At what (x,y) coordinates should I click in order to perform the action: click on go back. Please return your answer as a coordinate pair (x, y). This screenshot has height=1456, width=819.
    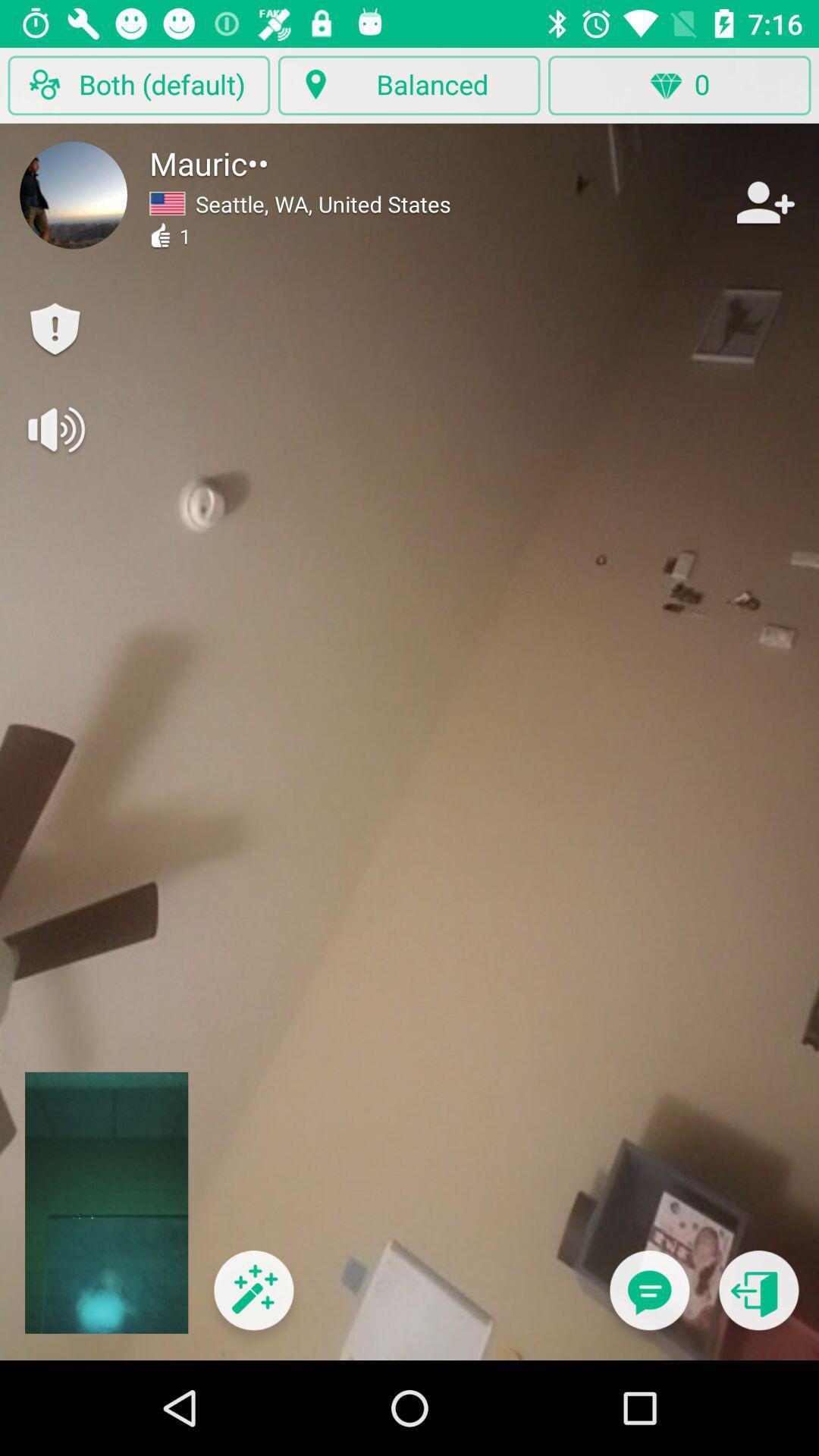
    Looking at the image, I should click on (758, 1299).